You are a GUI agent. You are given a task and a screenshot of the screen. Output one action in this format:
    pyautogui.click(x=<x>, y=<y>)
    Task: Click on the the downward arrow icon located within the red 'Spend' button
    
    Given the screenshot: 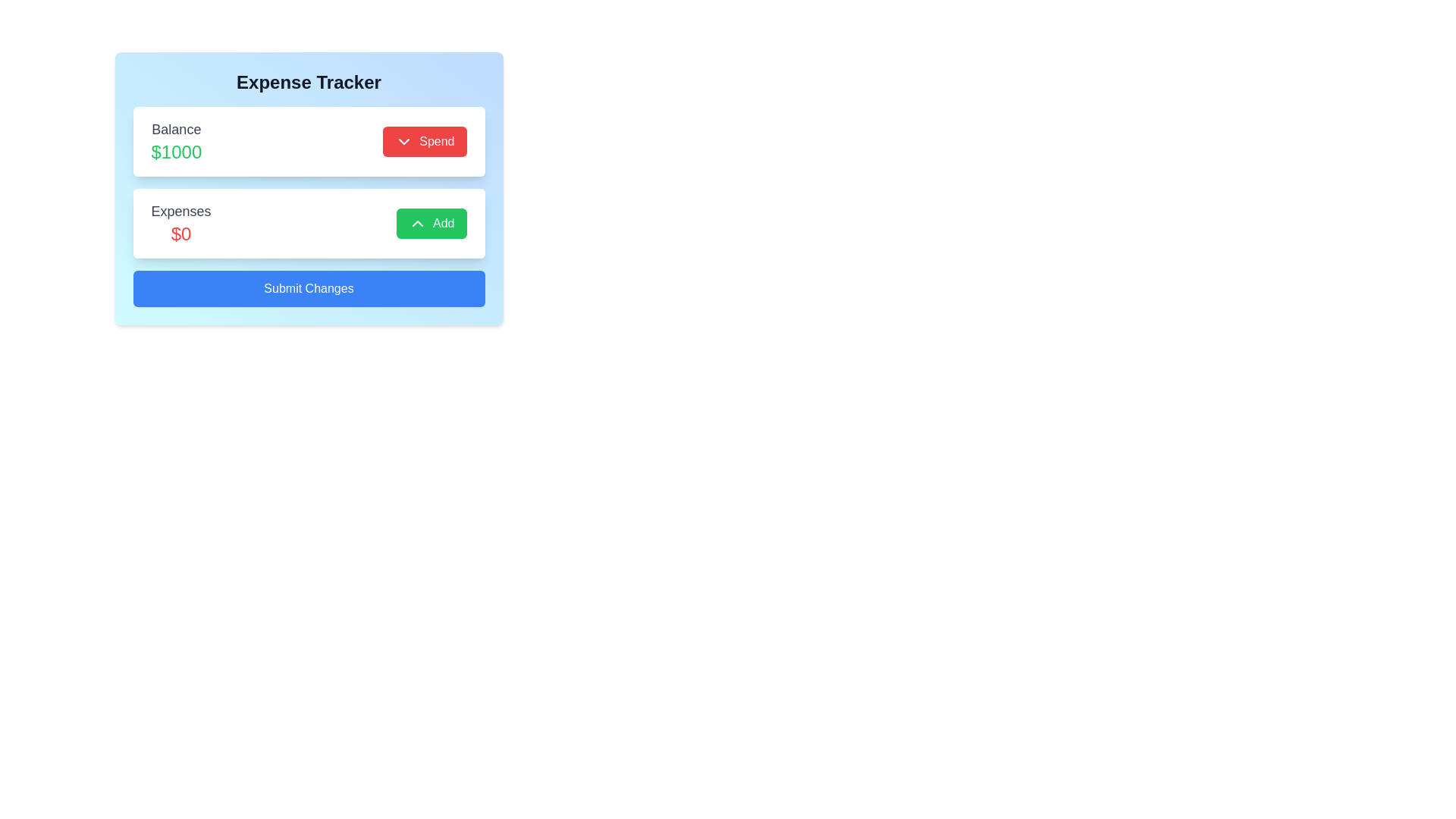 What is the action you would take?
    pyautogui.click(x=404, y=141)
    